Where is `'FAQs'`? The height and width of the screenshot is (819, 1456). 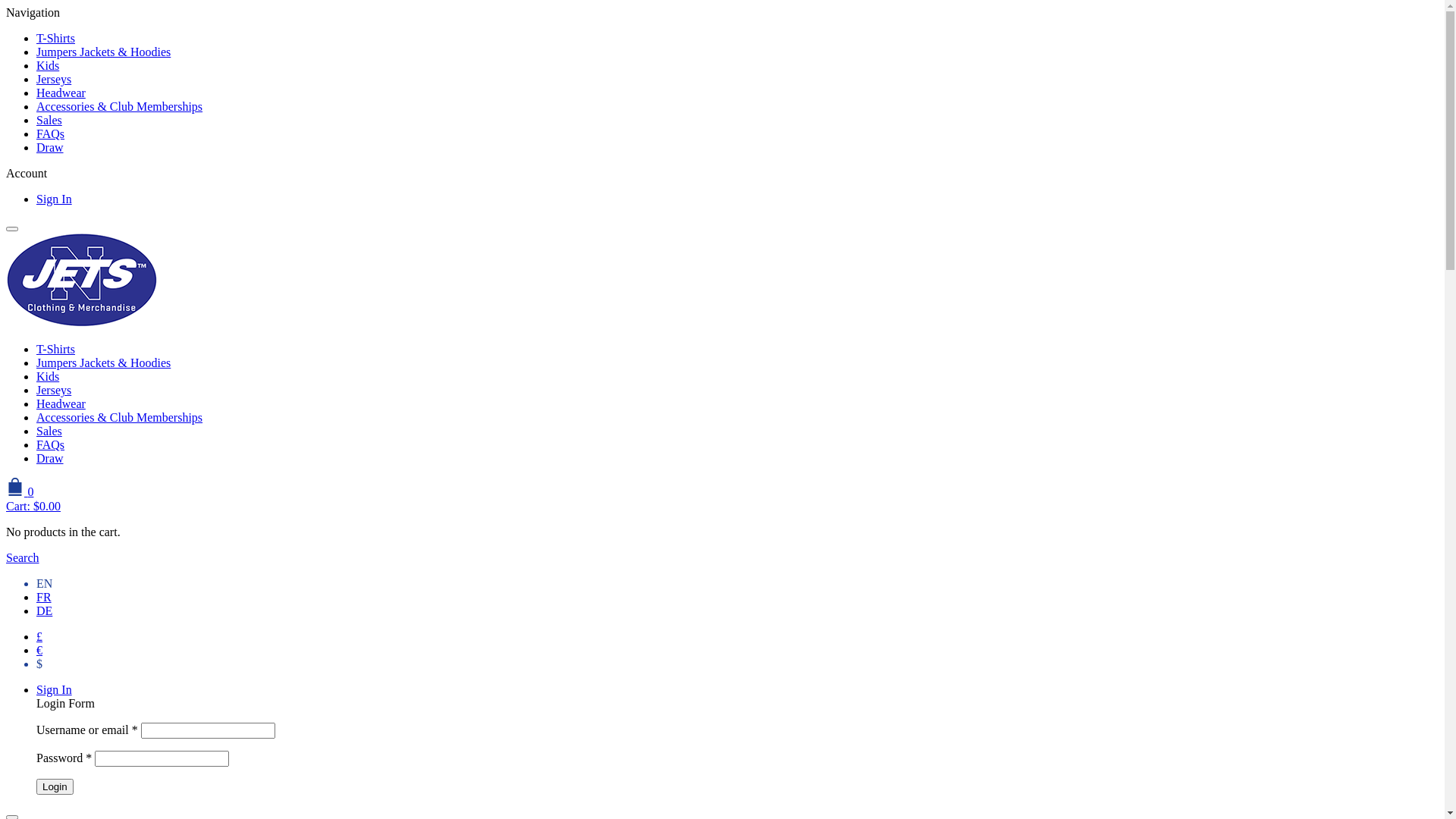 'FAQs' is located at coordinates (36, 133).